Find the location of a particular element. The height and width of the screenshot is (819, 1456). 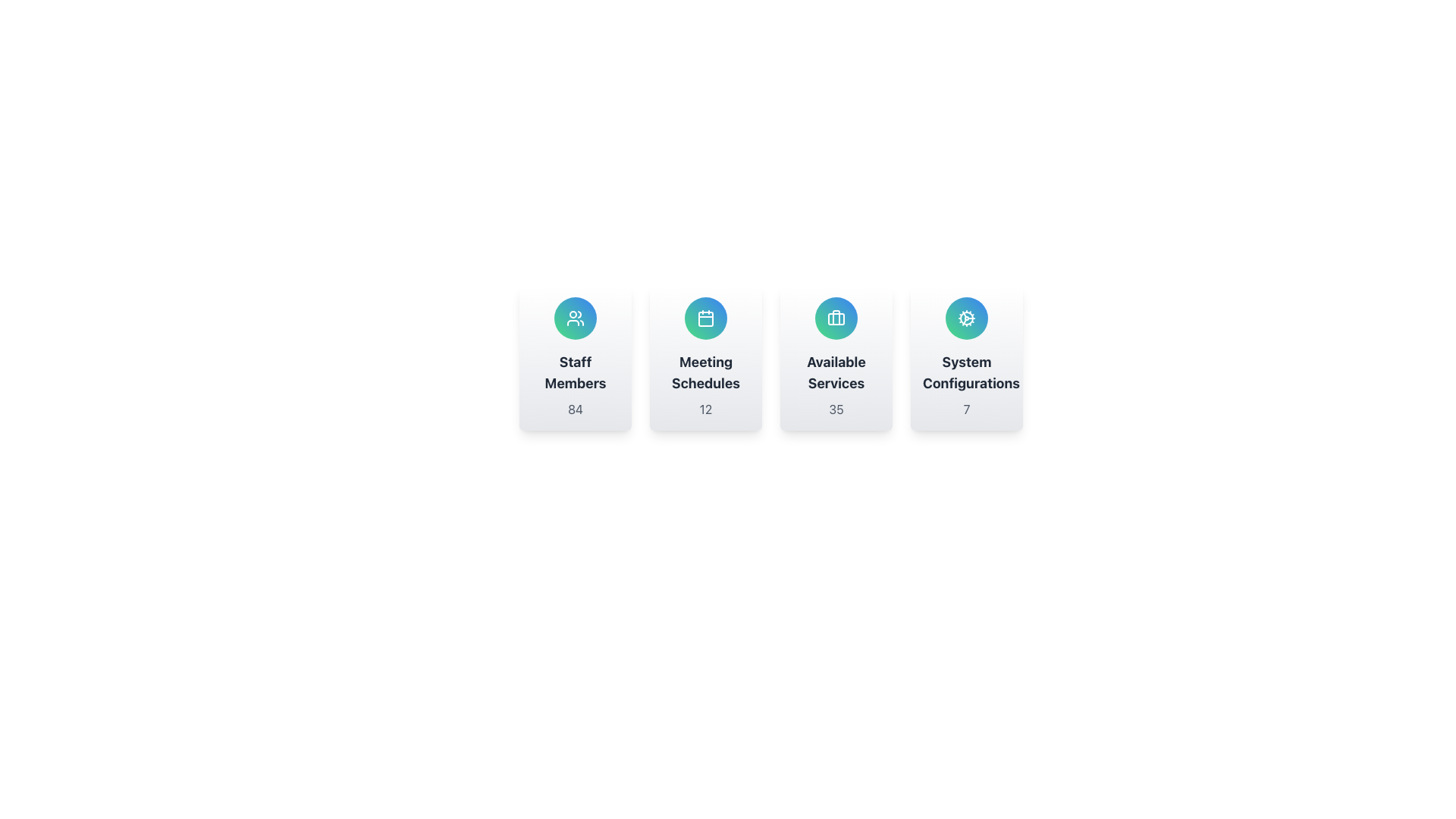

the Information Card displaying the count '12' for Meeting Schedules, which is the second card in a row of four cards is located at coordinates (705, 357).